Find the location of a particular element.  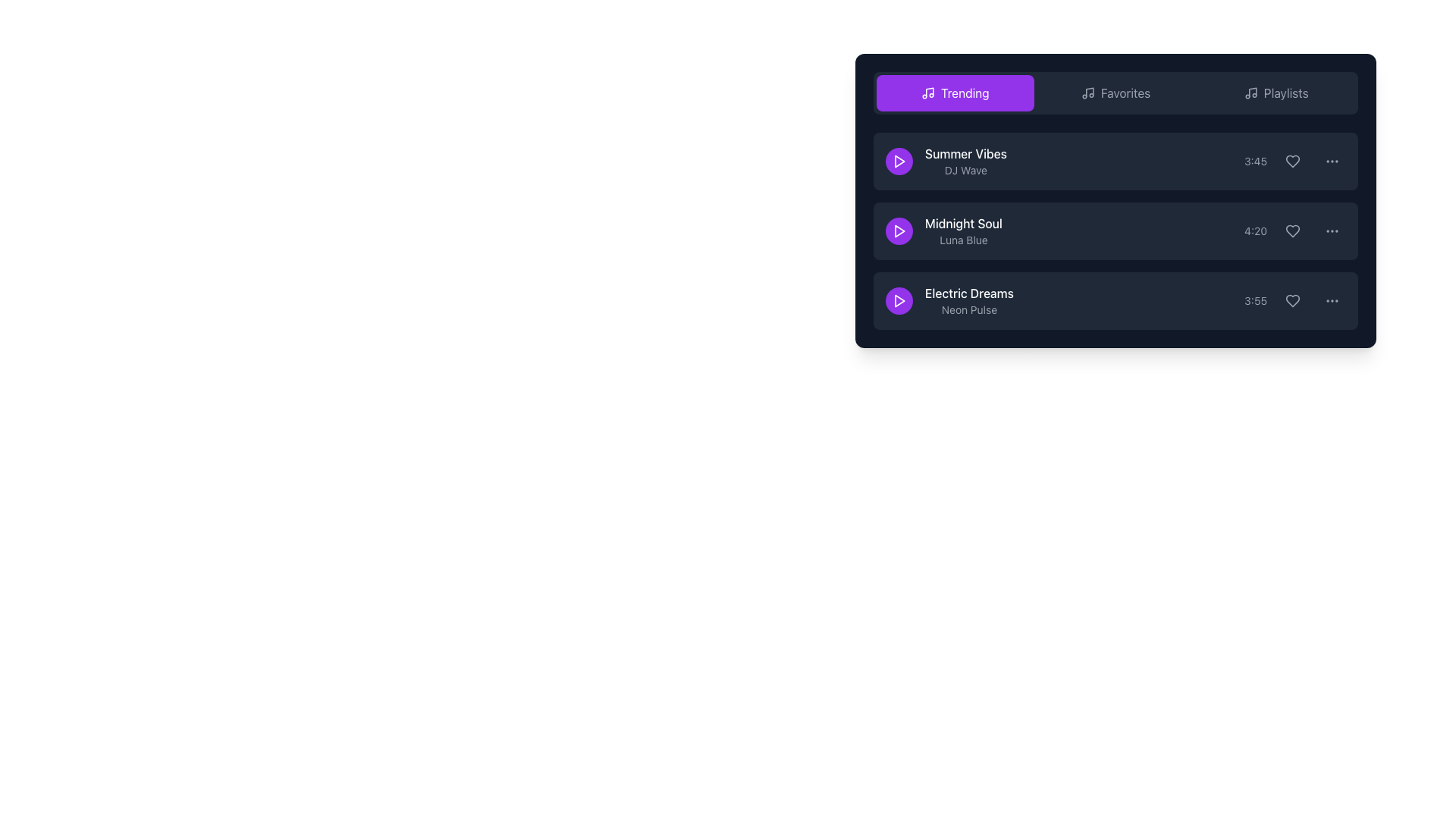

the Overflow menu button represented by three vertical dots is located at coordinates (1331, 301).